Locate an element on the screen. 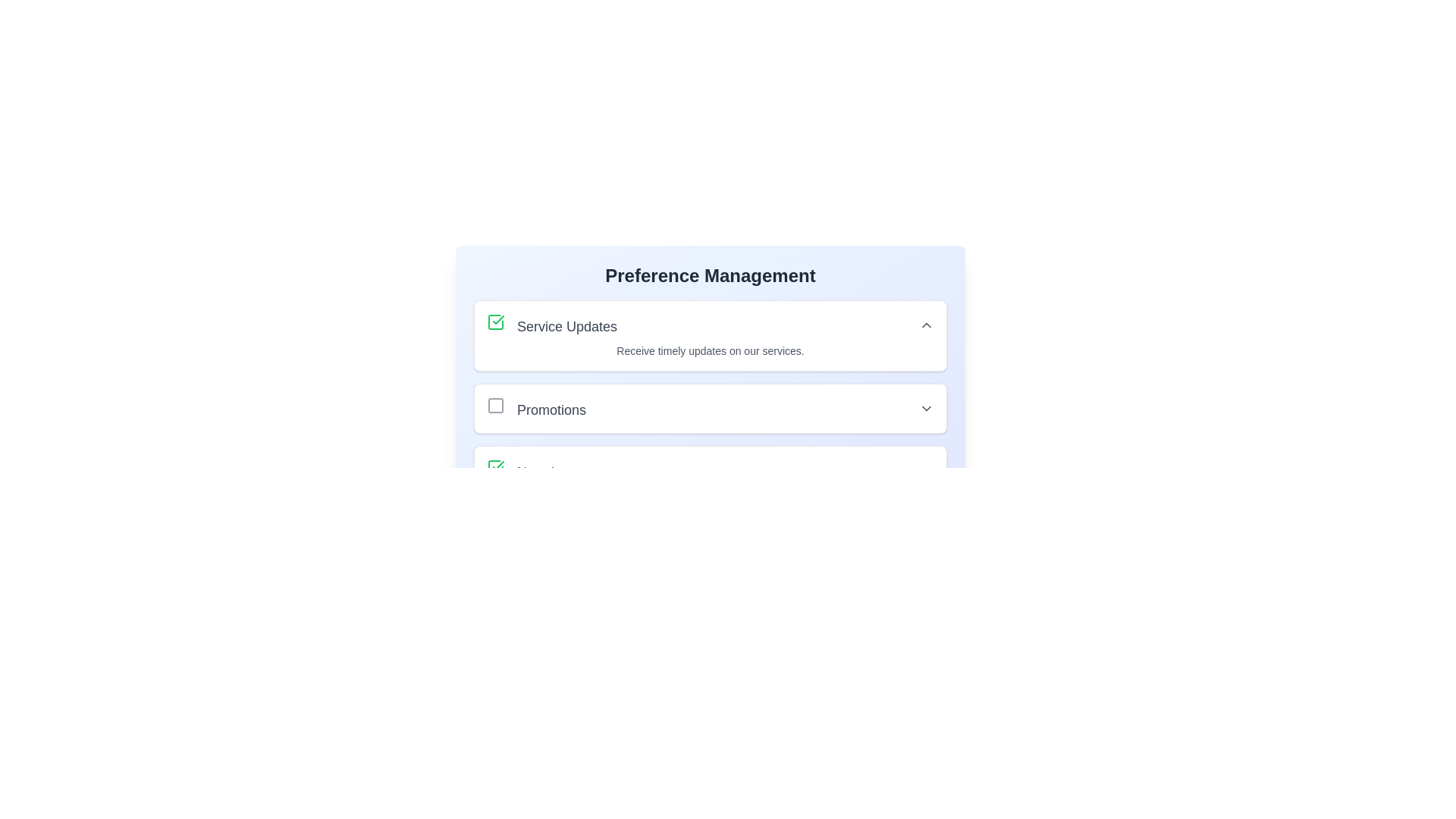  descriptive text block containing the phrase 'Receive timely updates on our services.' located beneath the 'Service Updates' heading is located at coordinates (709, 350).